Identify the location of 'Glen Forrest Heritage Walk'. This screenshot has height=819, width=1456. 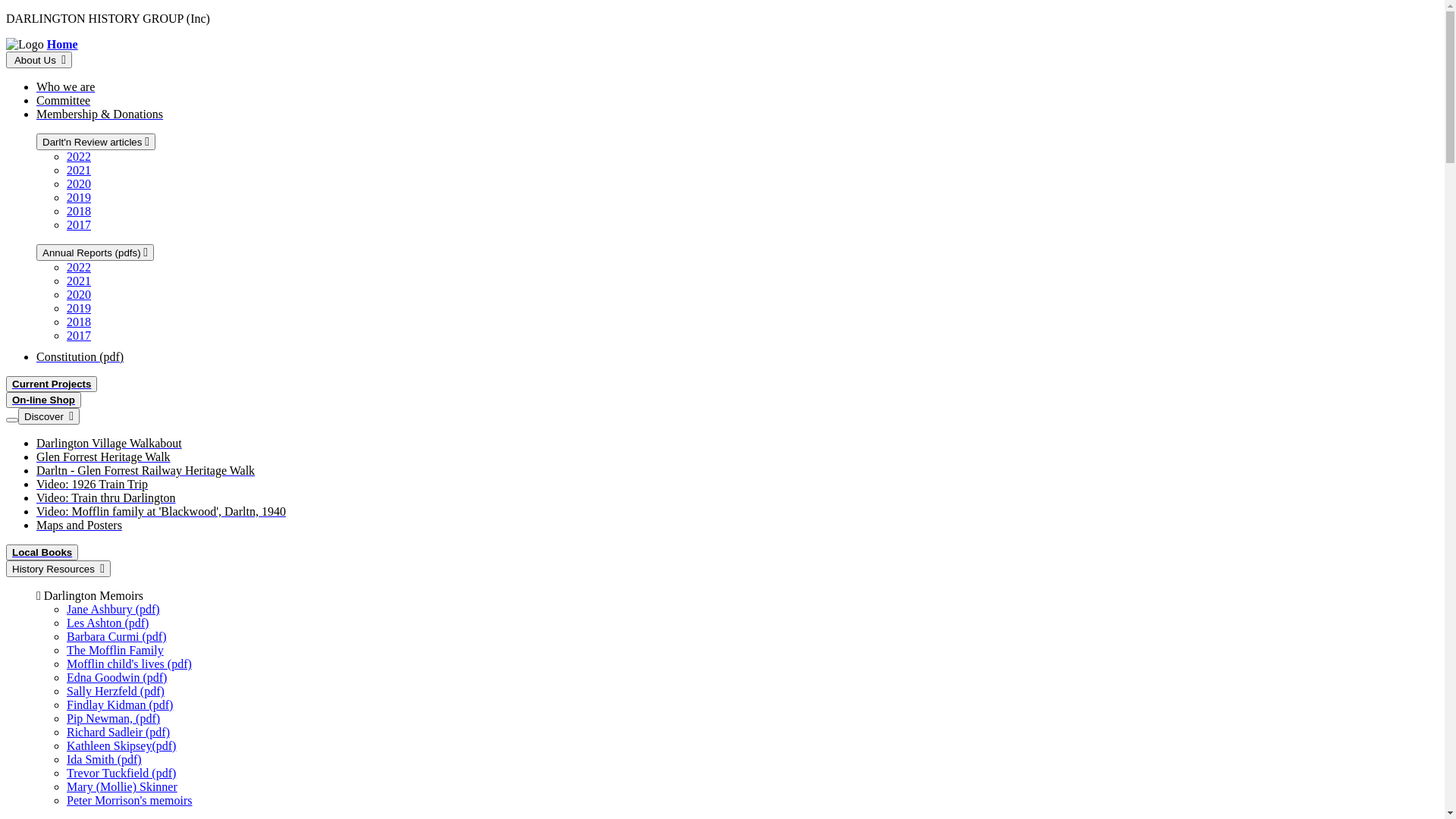
(102, 456).